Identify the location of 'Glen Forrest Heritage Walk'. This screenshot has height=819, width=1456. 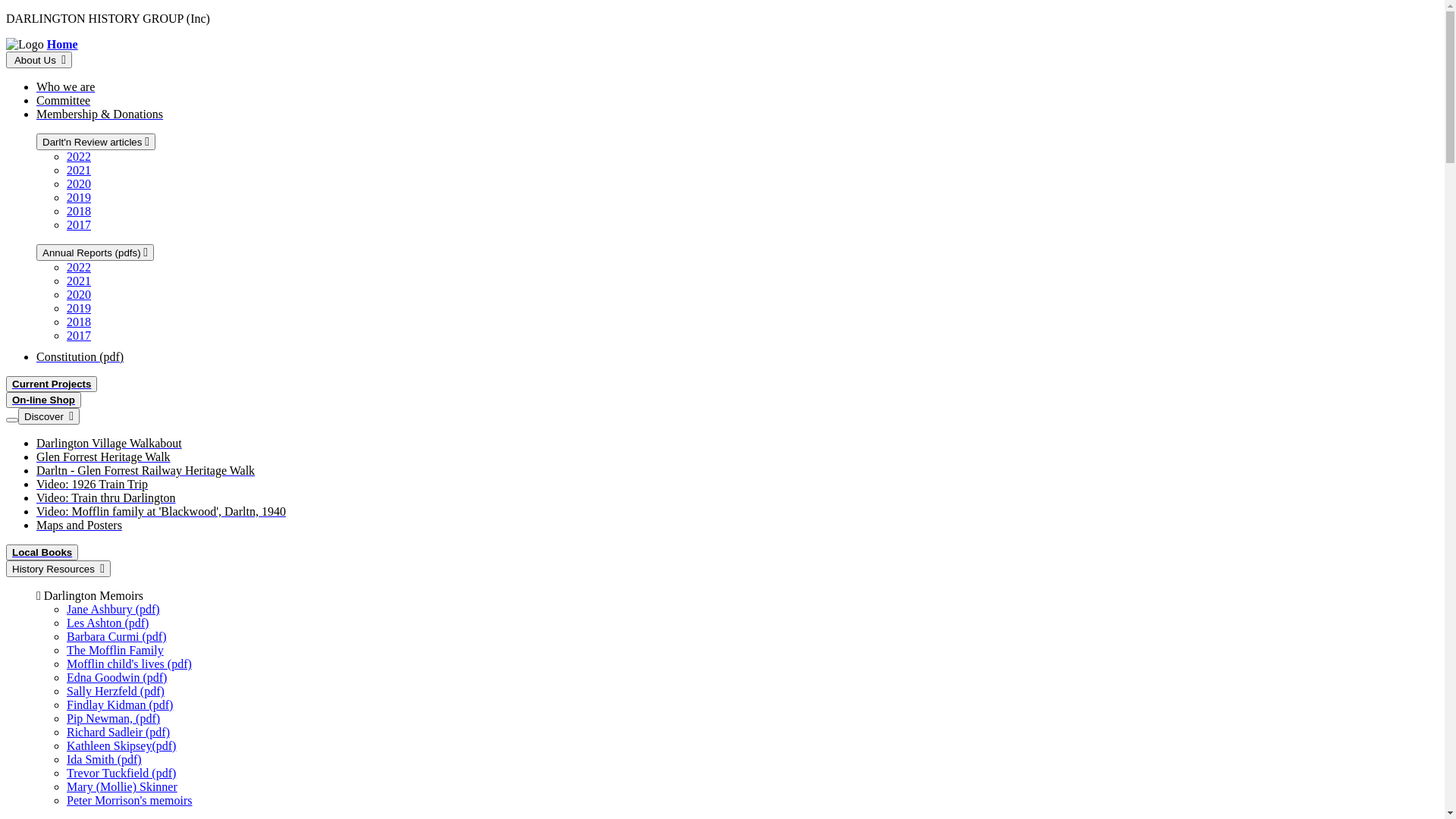
(102, 456).